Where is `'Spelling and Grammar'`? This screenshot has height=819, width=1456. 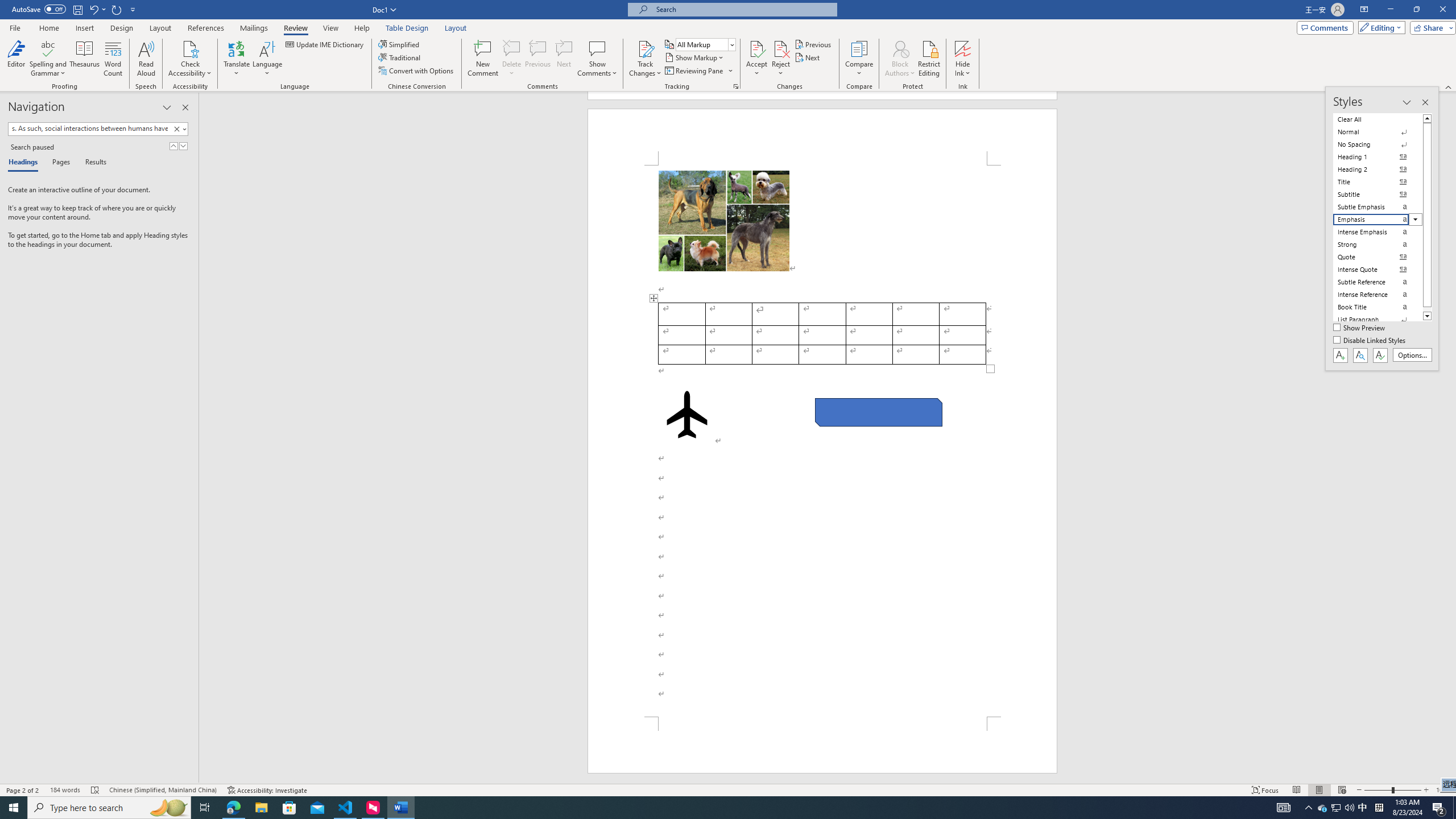 'Spelling and Grammar' is located at coordinates (48, 48).